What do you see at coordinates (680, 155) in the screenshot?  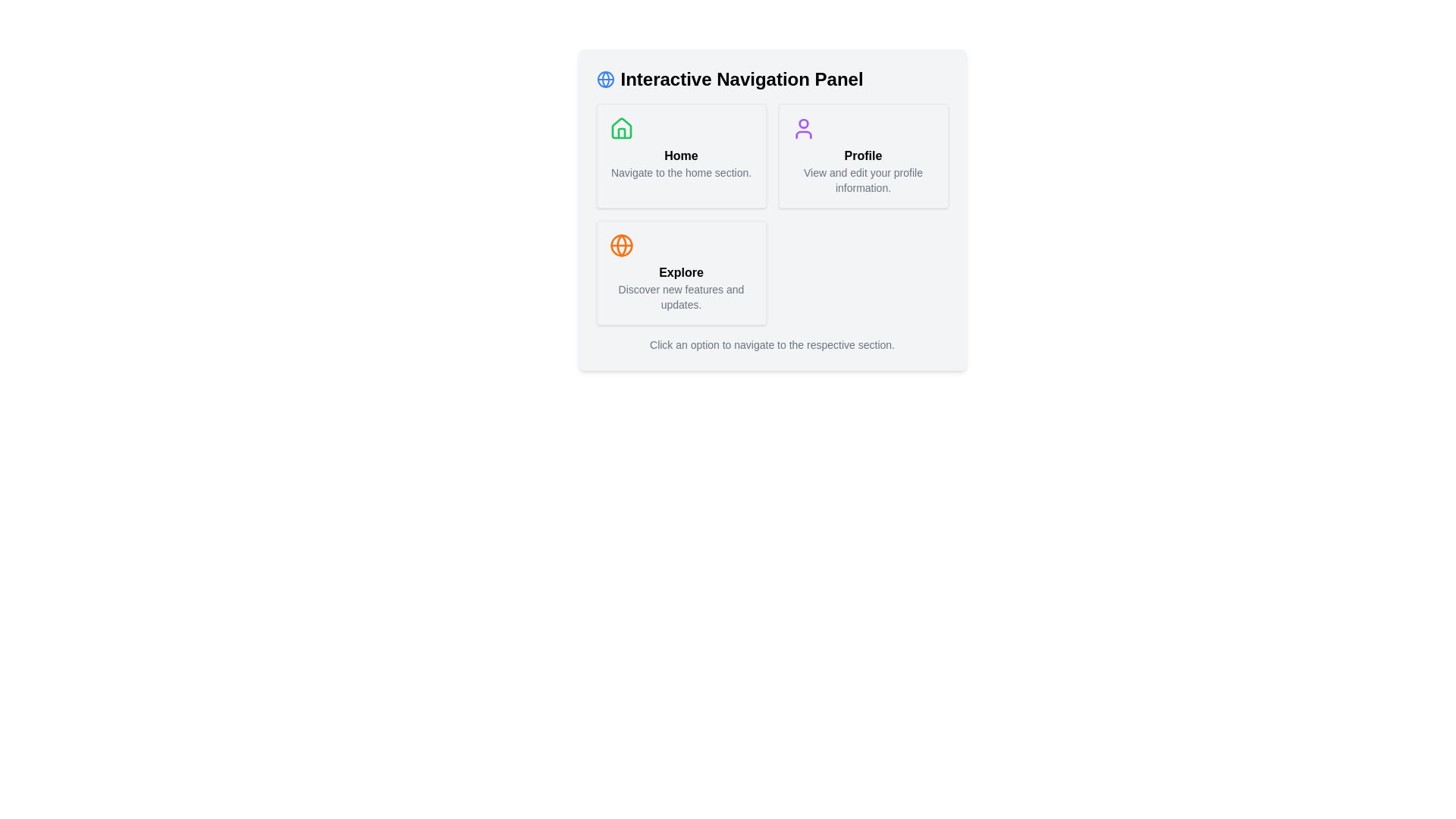 I see `the bold 'Home' text label, which is styled with a sans-serif font and is visually prominent due to its 'font-semibold' styling, located in the upper-left section of the interface inside a card` at bounding box center [680, 155].